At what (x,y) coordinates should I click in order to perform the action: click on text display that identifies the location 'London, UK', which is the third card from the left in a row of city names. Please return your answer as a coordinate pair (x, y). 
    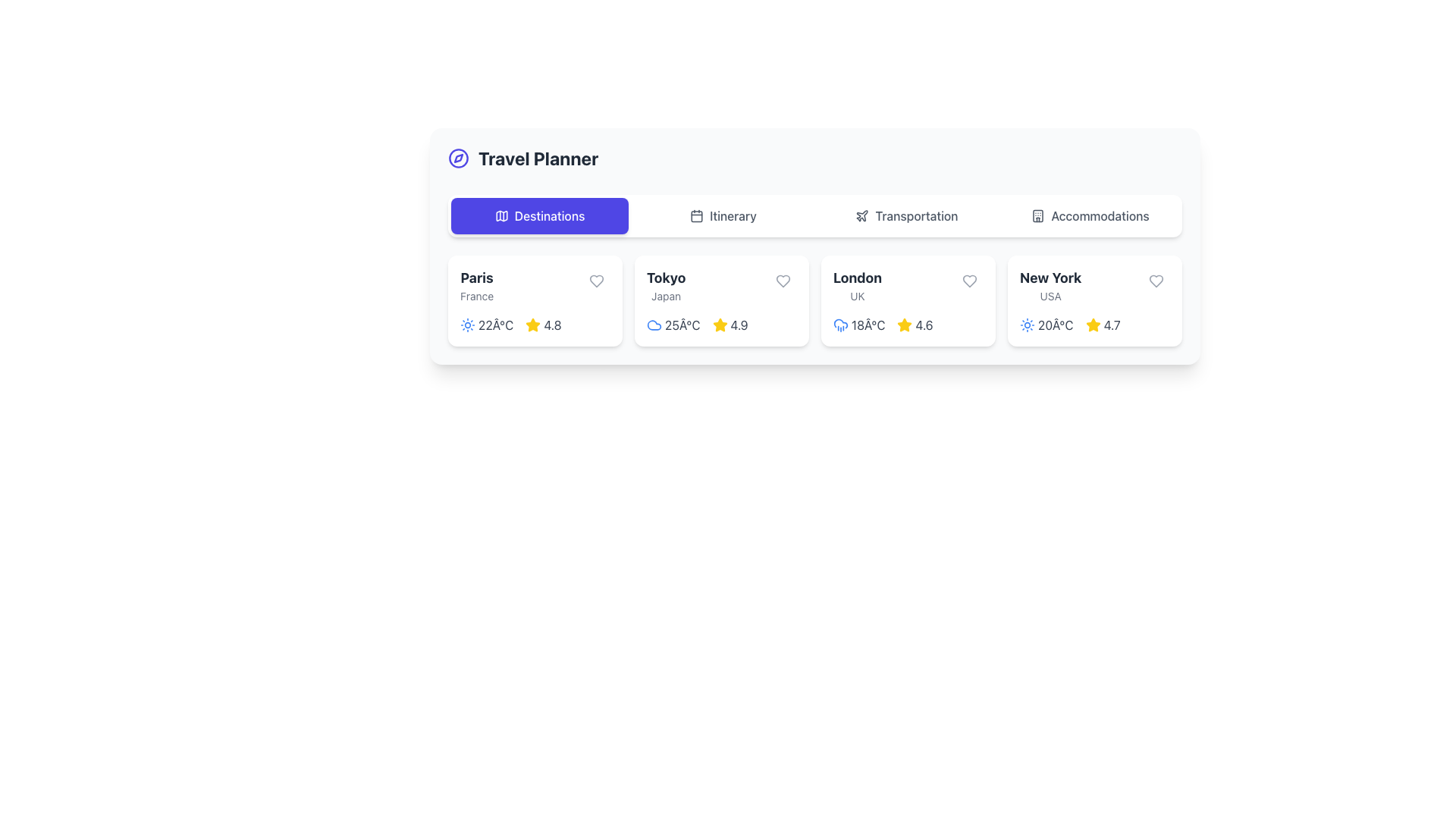
    Looking at the image, I should click on (858, 286).